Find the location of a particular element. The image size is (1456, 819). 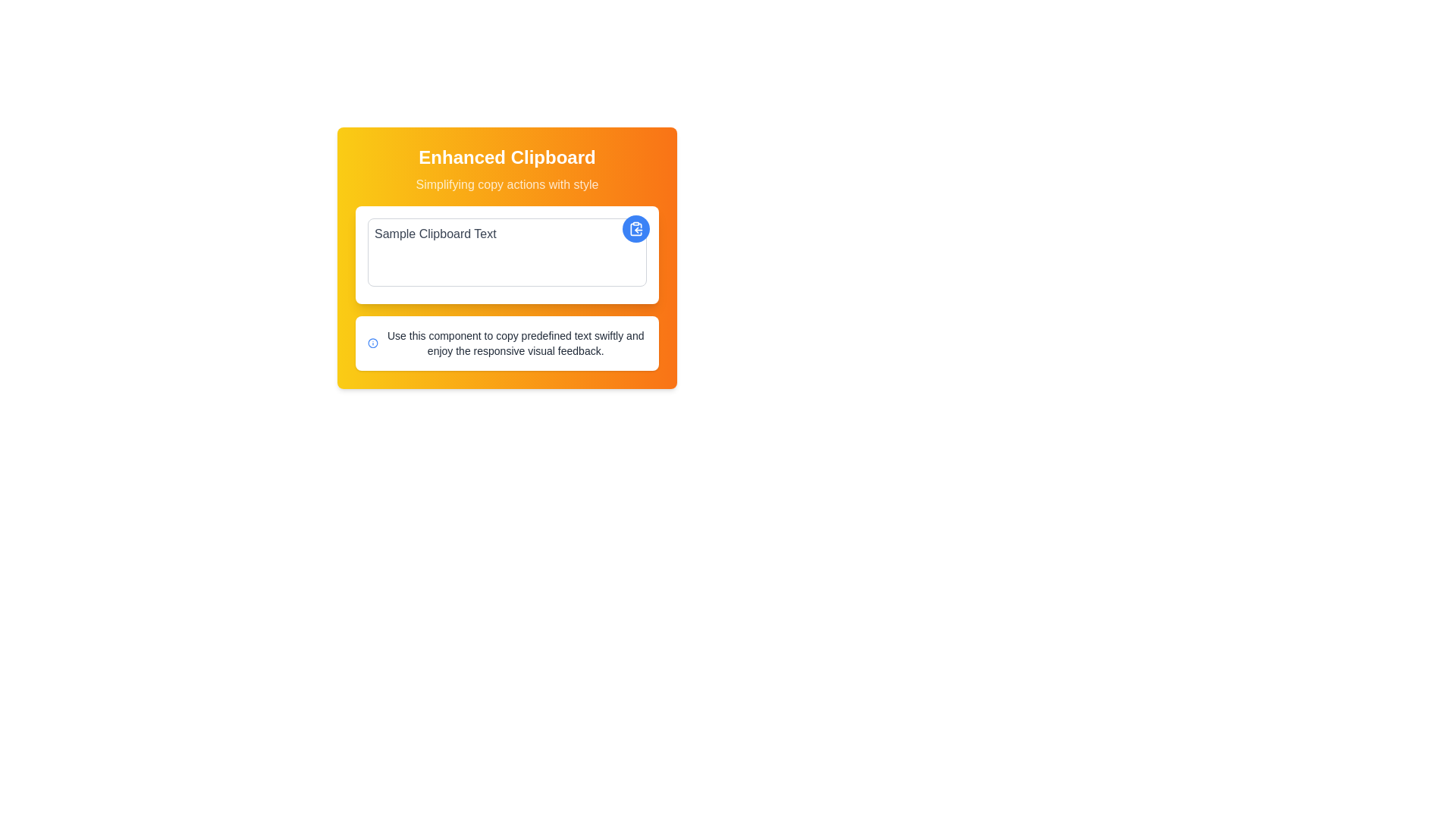

the circular SVG graphical element with a solid border located at the center of the SVG icon in the top left corner of a card-like component is located at coordinates (373, 343).